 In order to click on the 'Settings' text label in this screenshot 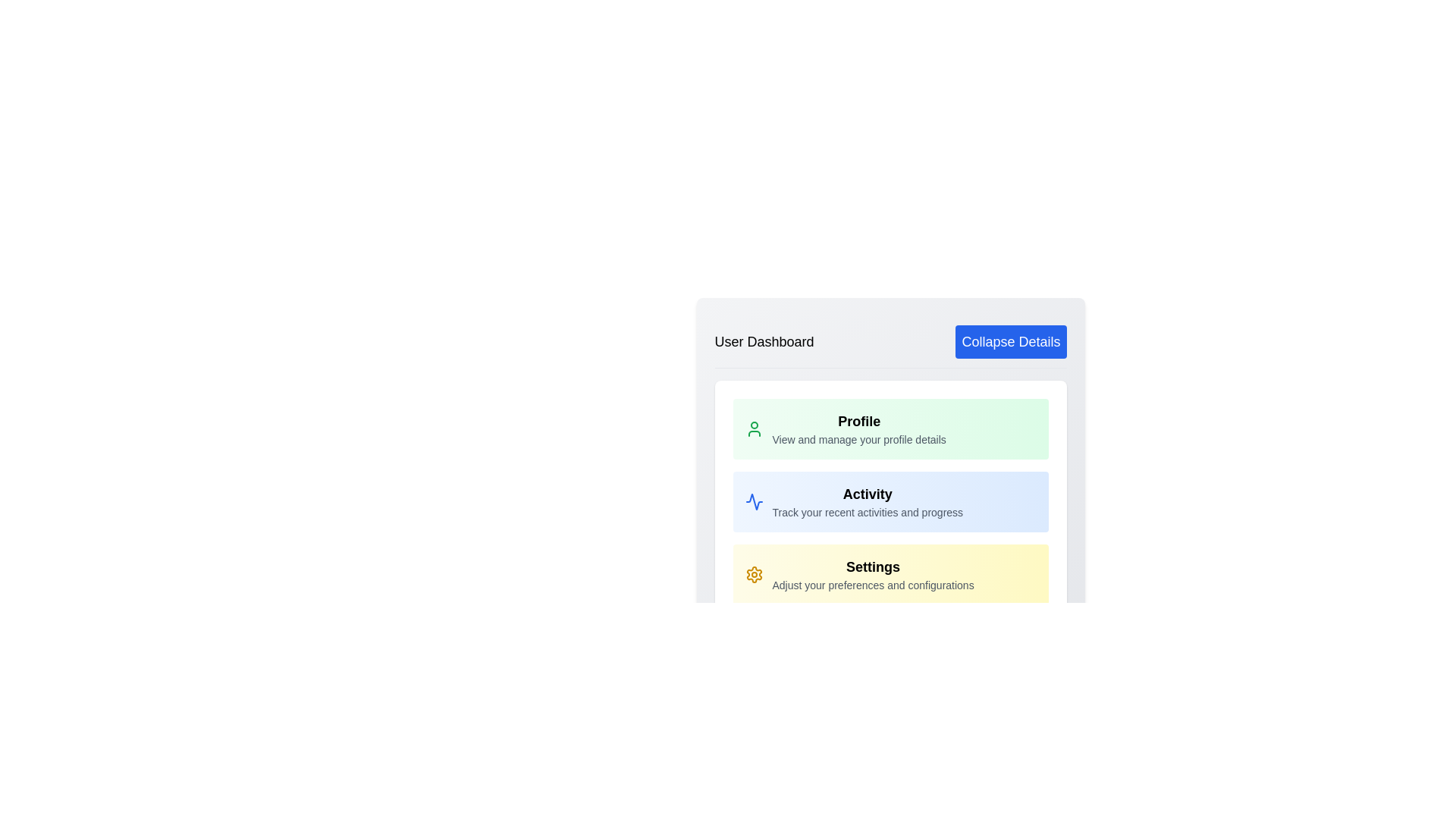, I will do `click(873, 567)`.